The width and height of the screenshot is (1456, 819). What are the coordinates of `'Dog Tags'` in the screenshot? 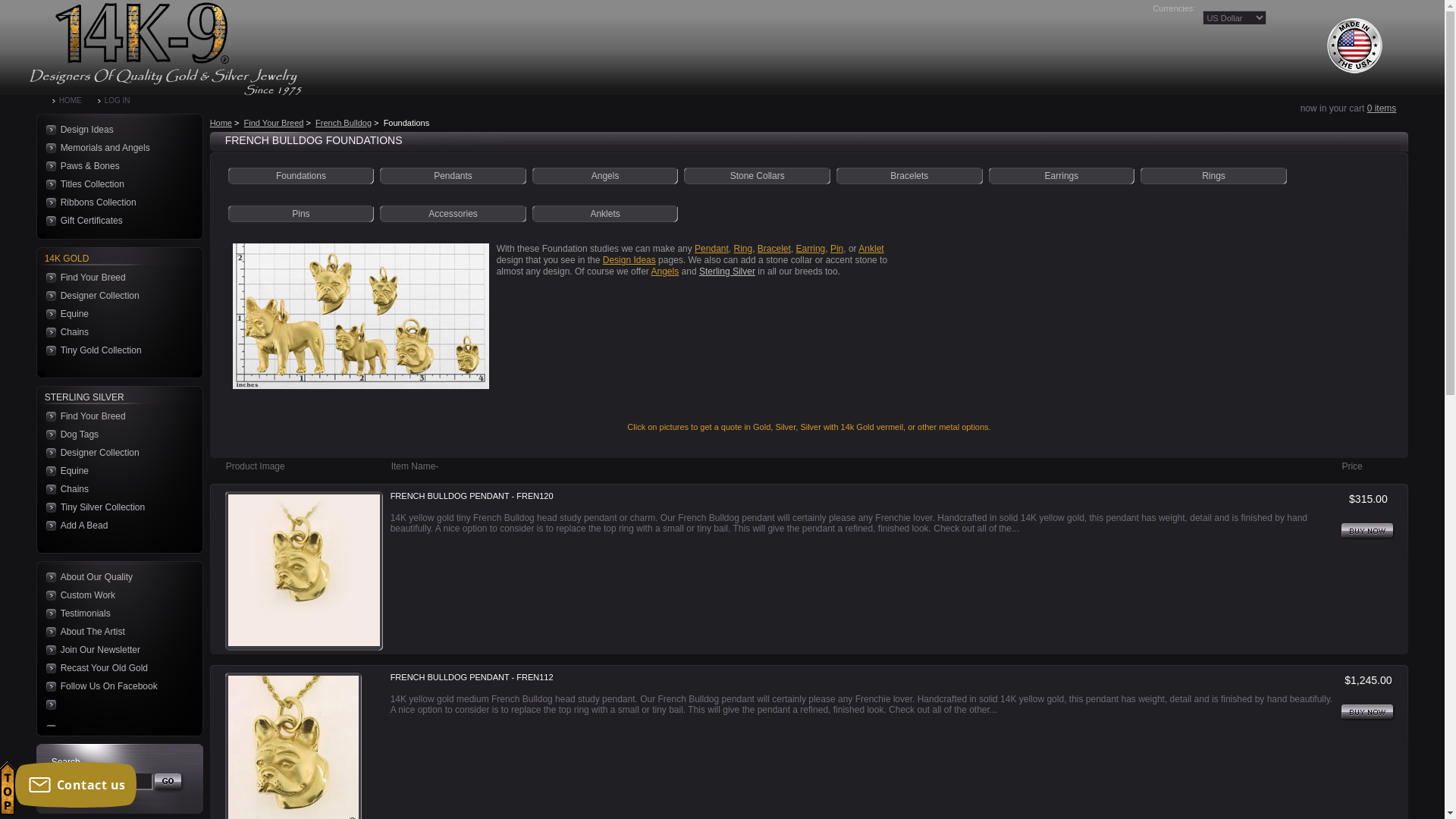 It's located at (115, 435).